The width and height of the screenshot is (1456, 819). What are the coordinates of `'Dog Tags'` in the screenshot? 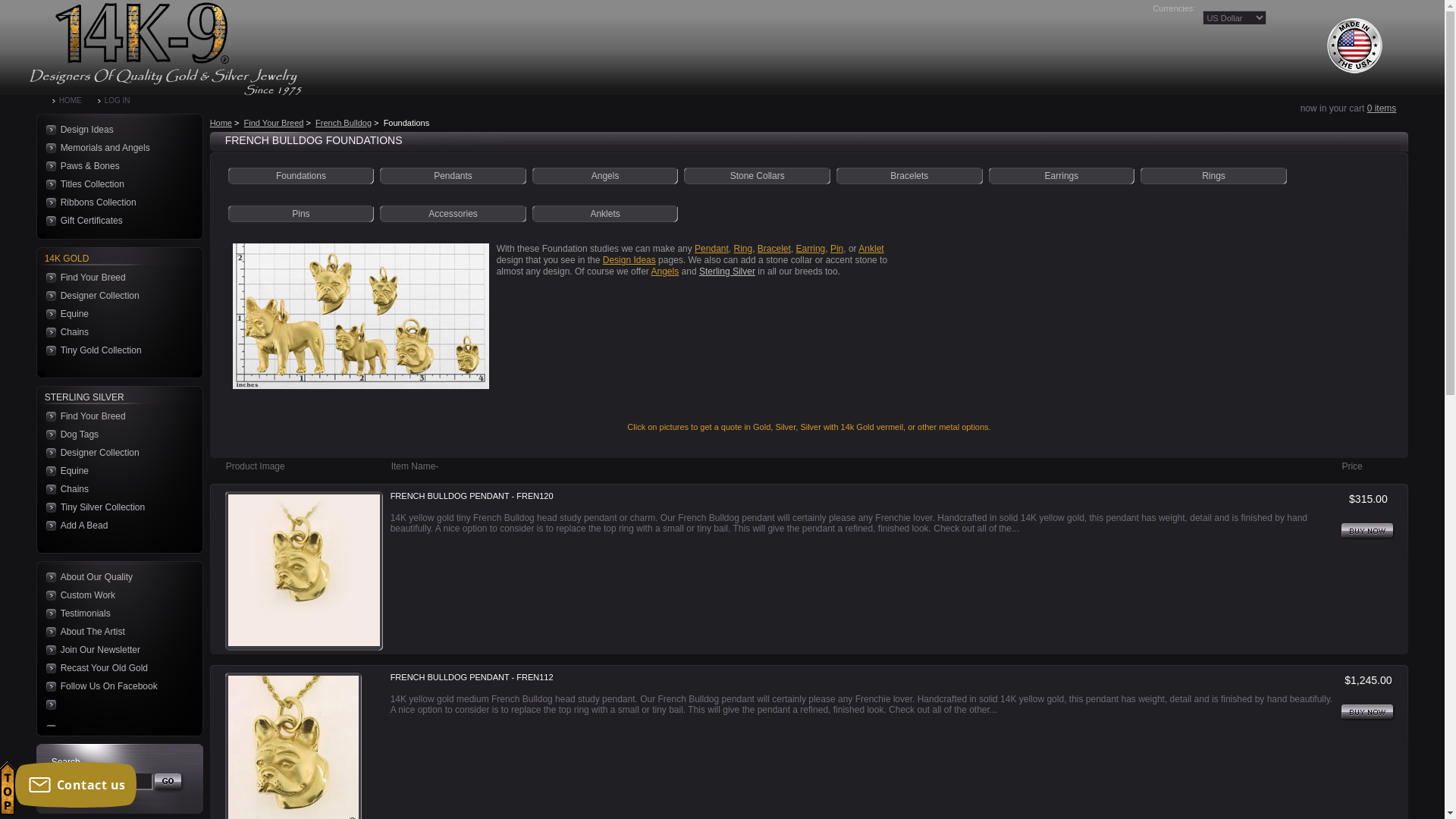 It's located at (115, 435).